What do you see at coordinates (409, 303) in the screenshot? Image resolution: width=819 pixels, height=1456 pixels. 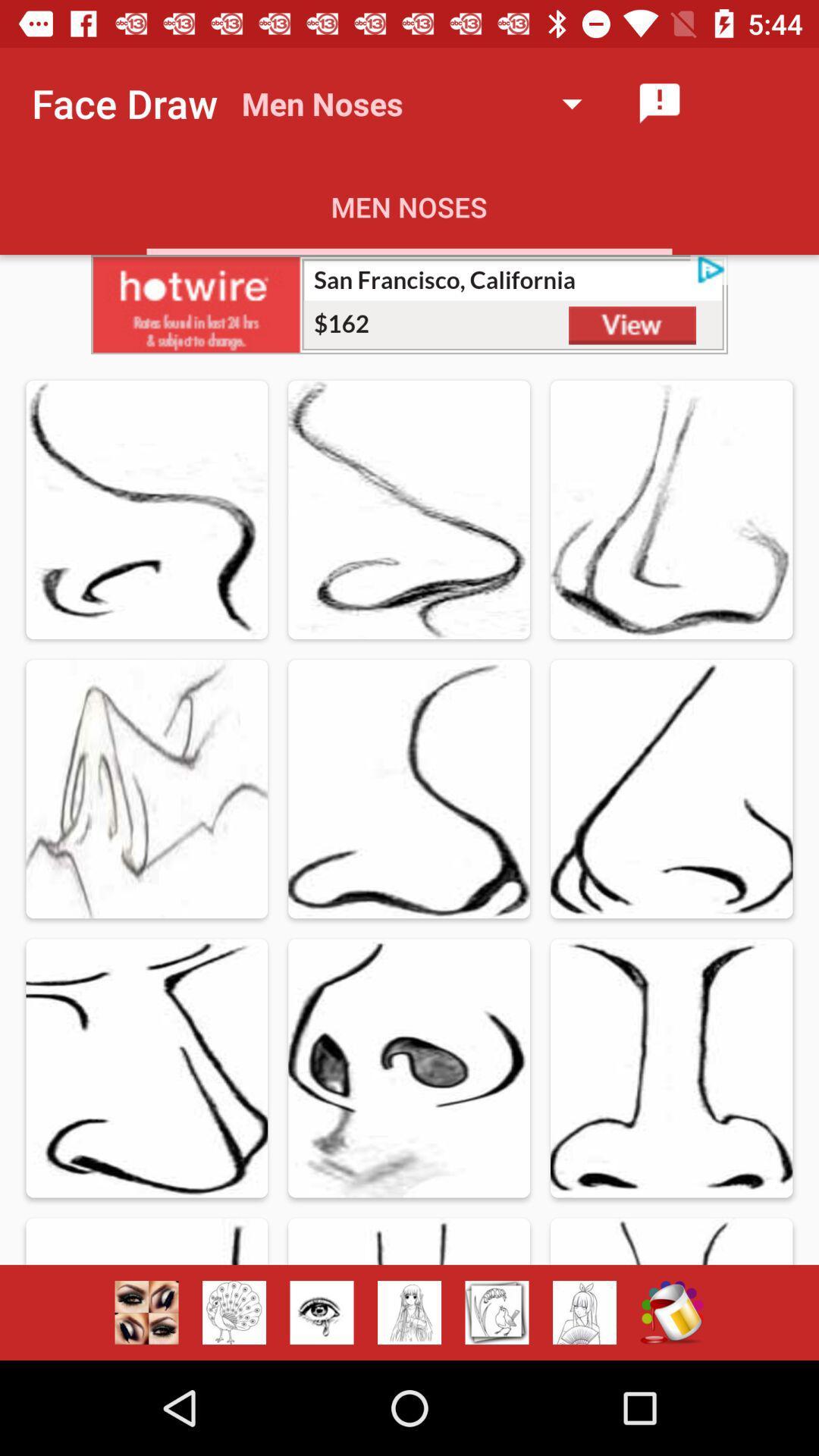 I see `advertisement page` at bounding box center [409, 303].